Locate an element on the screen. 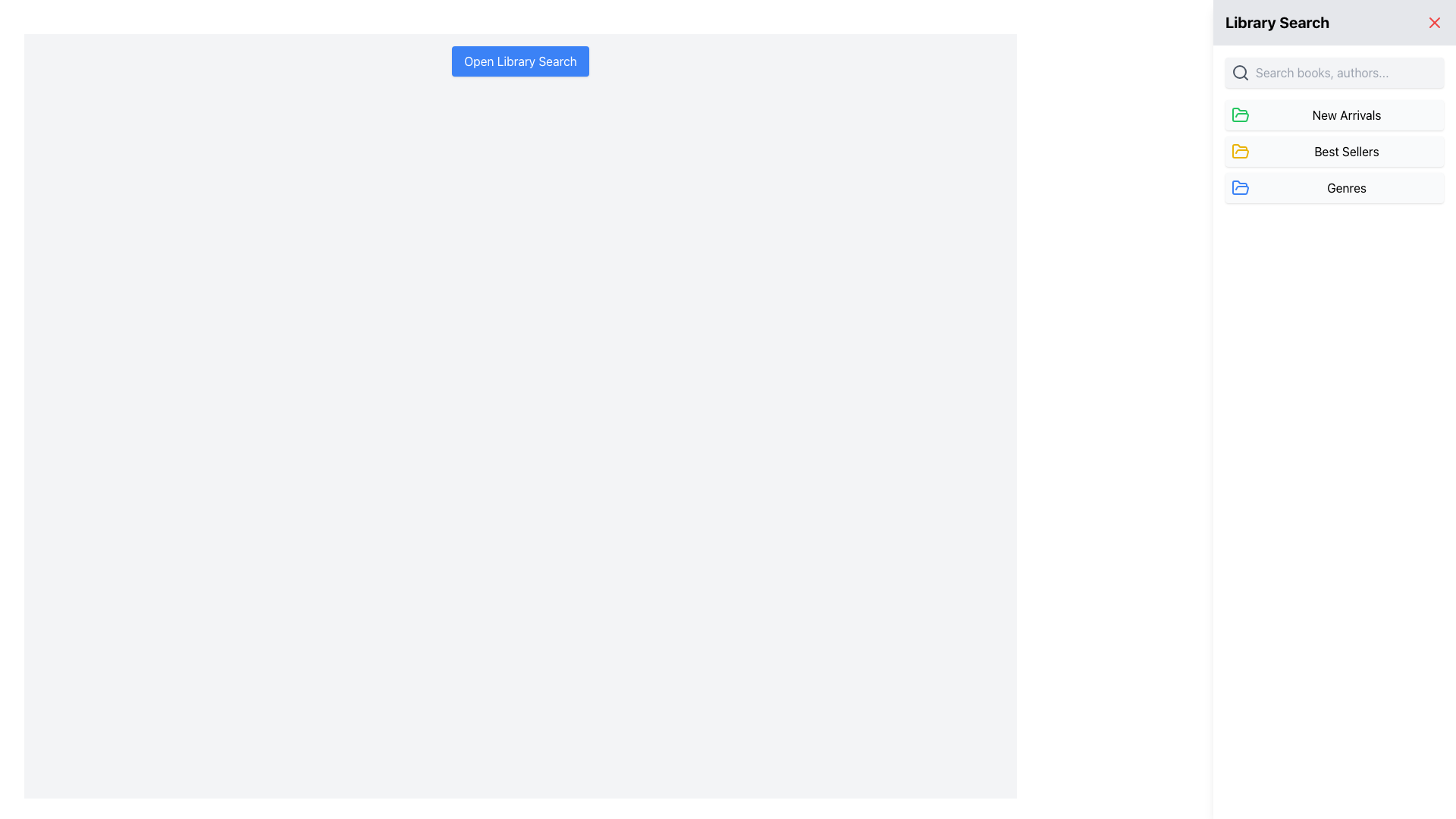 The width and height of the screenshot is (1456, 819). the 'Genres' button in the right sidebar under the 'Library Search' section is located at coordinates (1335, 187).